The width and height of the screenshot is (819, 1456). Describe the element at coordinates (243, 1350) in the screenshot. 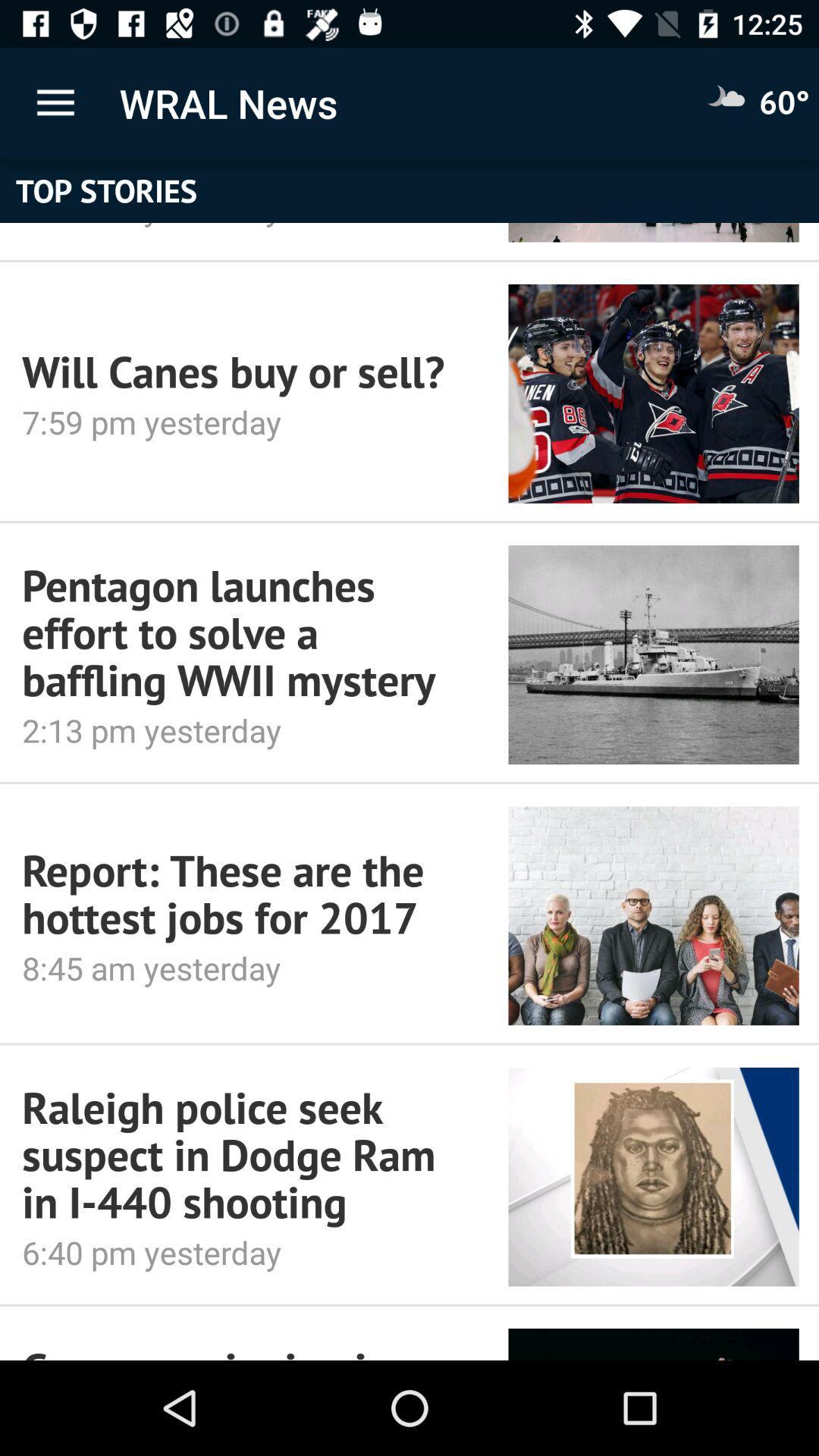

I see `the grammy winning jazz icon` at that location.